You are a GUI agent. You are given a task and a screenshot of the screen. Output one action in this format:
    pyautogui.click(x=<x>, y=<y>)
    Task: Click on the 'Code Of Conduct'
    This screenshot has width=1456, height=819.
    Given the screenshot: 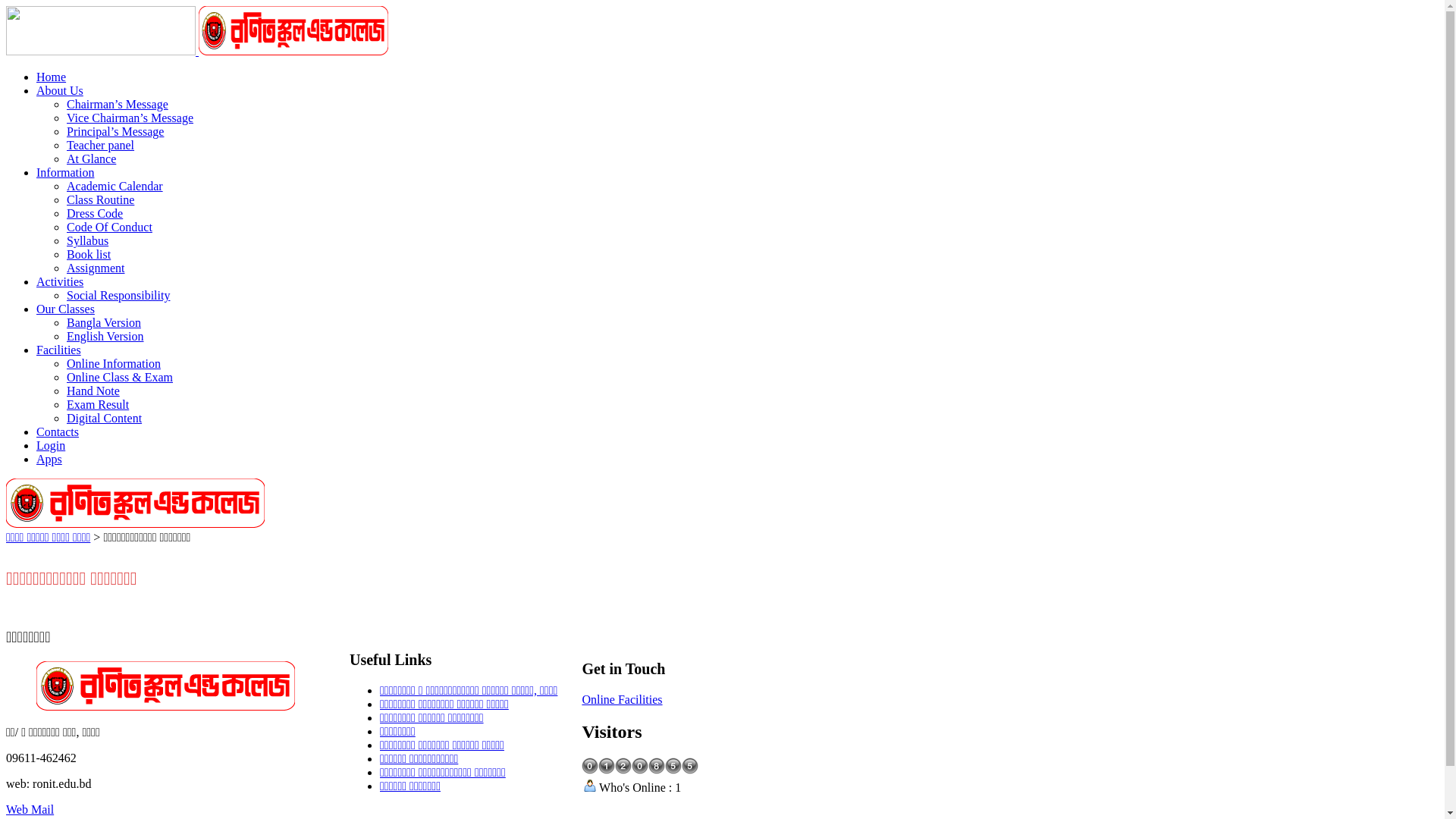 What is the action you would take?
    pyautogui.click(x=108, y=227)
    